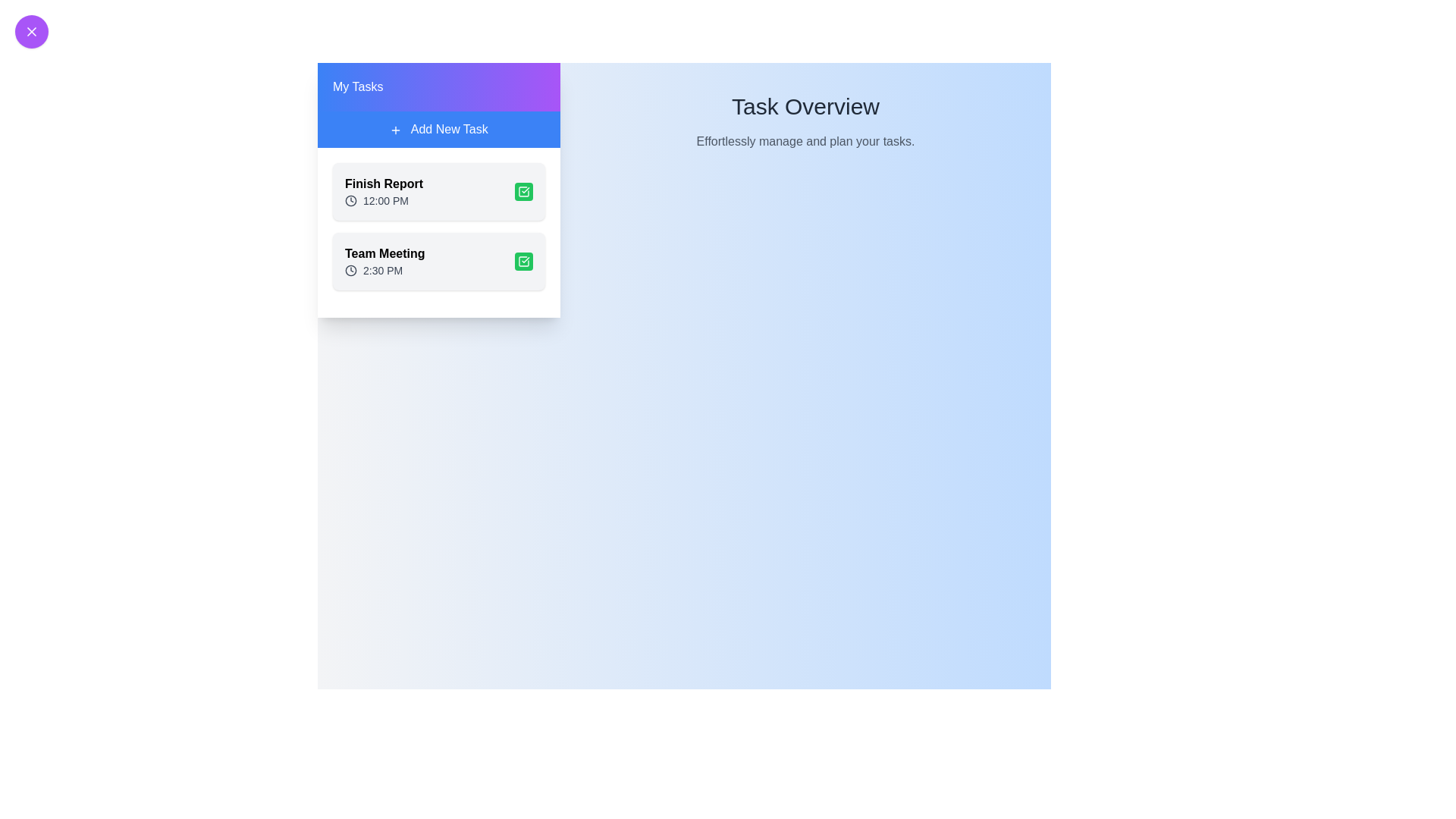 The width and height of the screenshot is (1456, 819). What do you see at coordinates (524, 260) in the screenshot?
I see `green button next to the task titled 'Team Meeting' to mark it as completed` at bounding box center [524, 260].